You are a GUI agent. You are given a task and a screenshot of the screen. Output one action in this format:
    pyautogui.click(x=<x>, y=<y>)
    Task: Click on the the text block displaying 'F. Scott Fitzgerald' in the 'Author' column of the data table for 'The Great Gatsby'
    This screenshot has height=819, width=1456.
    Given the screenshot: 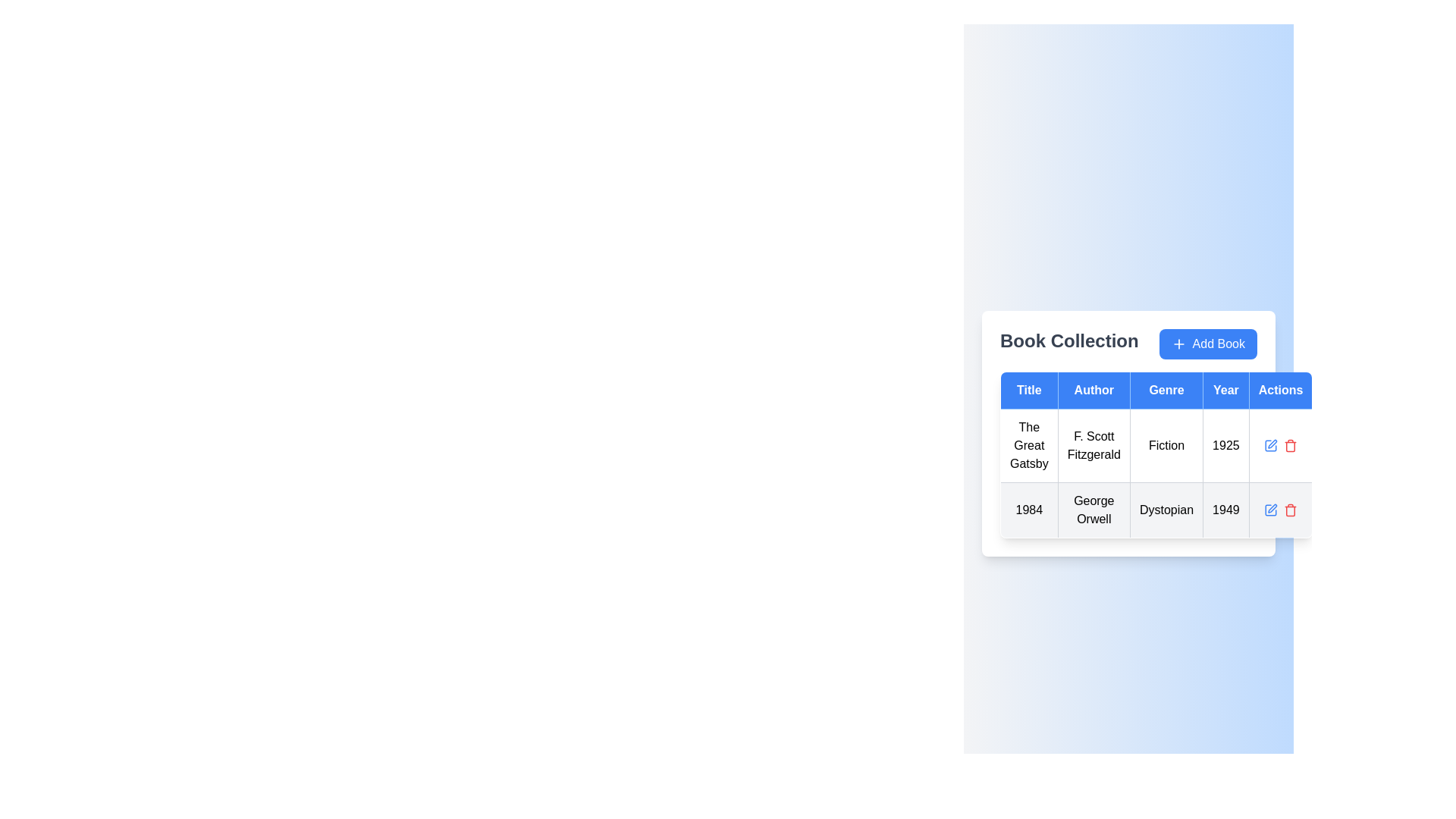 What is the action you would take?
    pyautogui.click(x=1094, y=444)
    